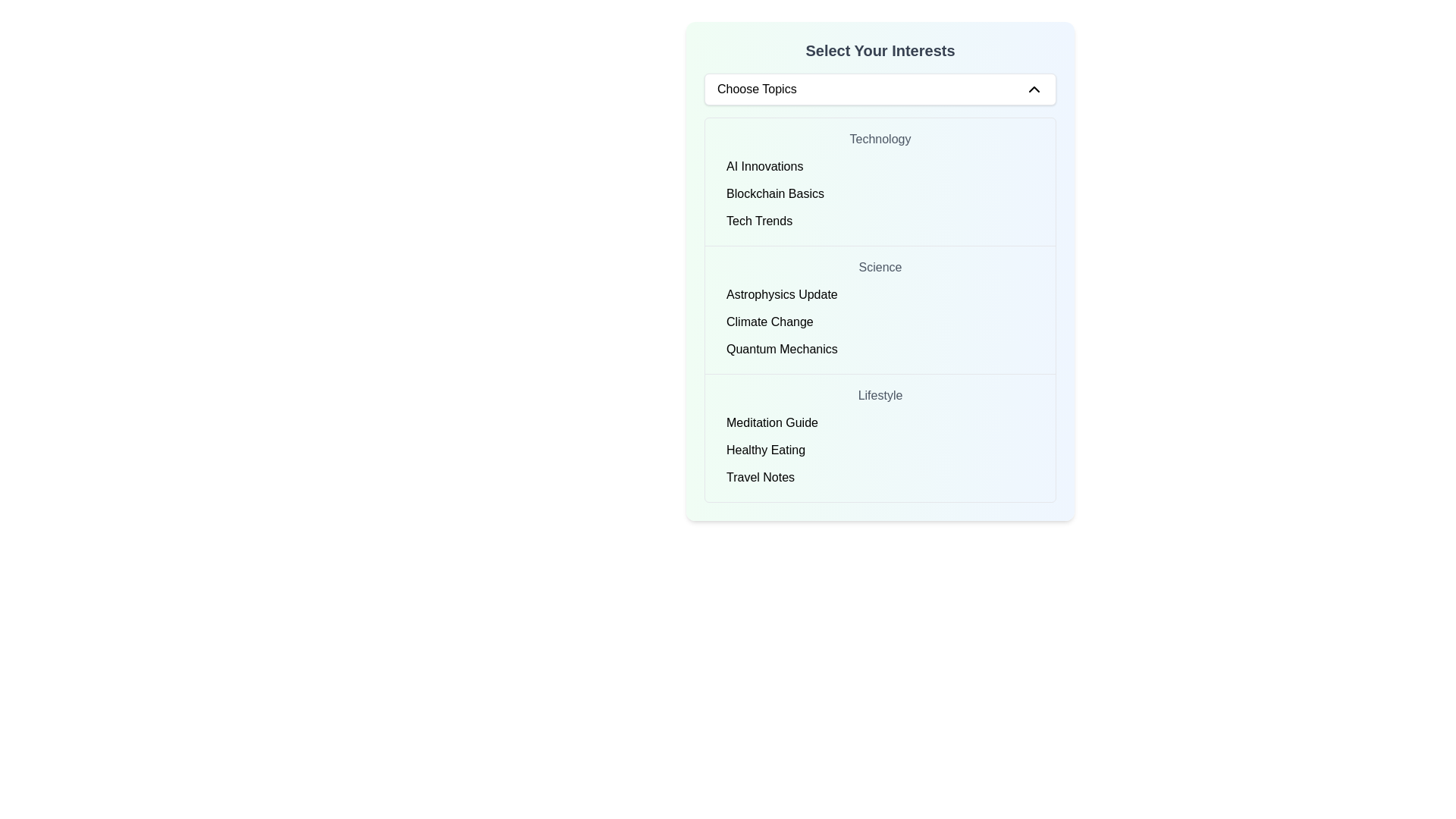 The height and width of the screenshot is (819, 1456). Describe the element at coordinates (880, 193) in the screenshot. I see `the 'Blockchain Basics' option in the 'Technology' section of the 'Select Your Interests' menu` at that location.